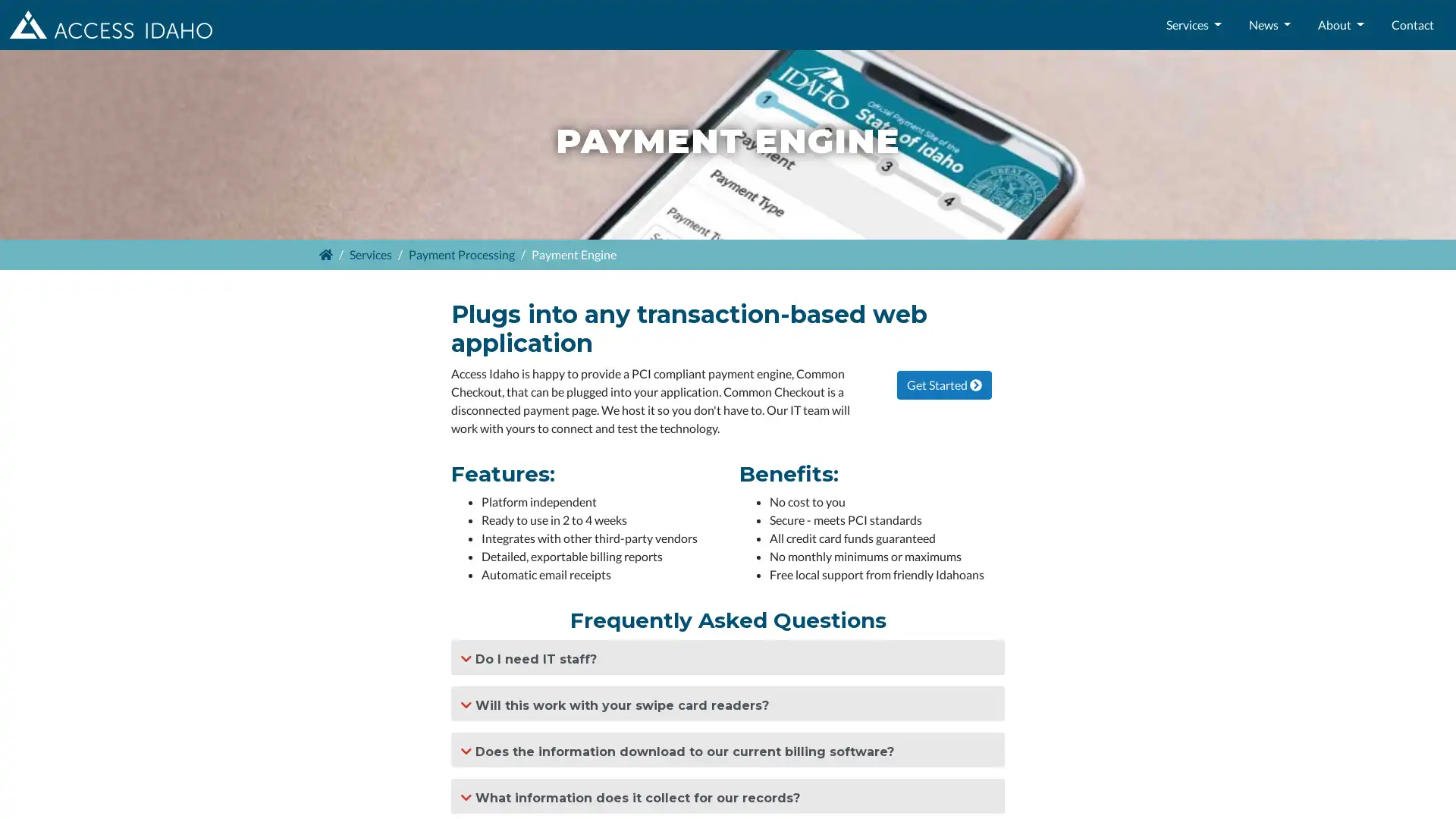  Describe the element at coordinates (728, 795) in the screenshot. I see `What information does it collect for our records?` at that location.